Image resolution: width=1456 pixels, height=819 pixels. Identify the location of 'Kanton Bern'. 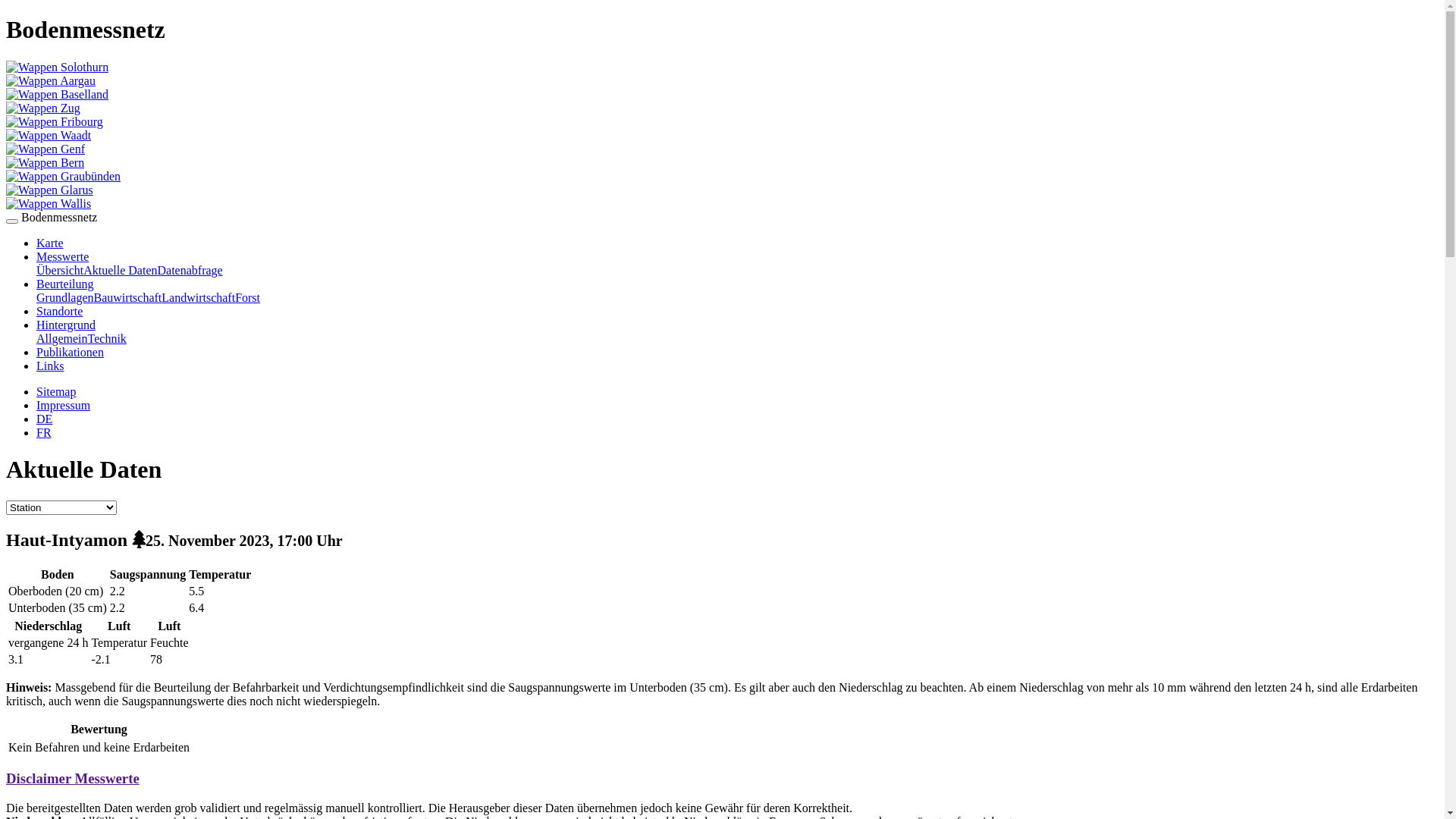
(45, 162).